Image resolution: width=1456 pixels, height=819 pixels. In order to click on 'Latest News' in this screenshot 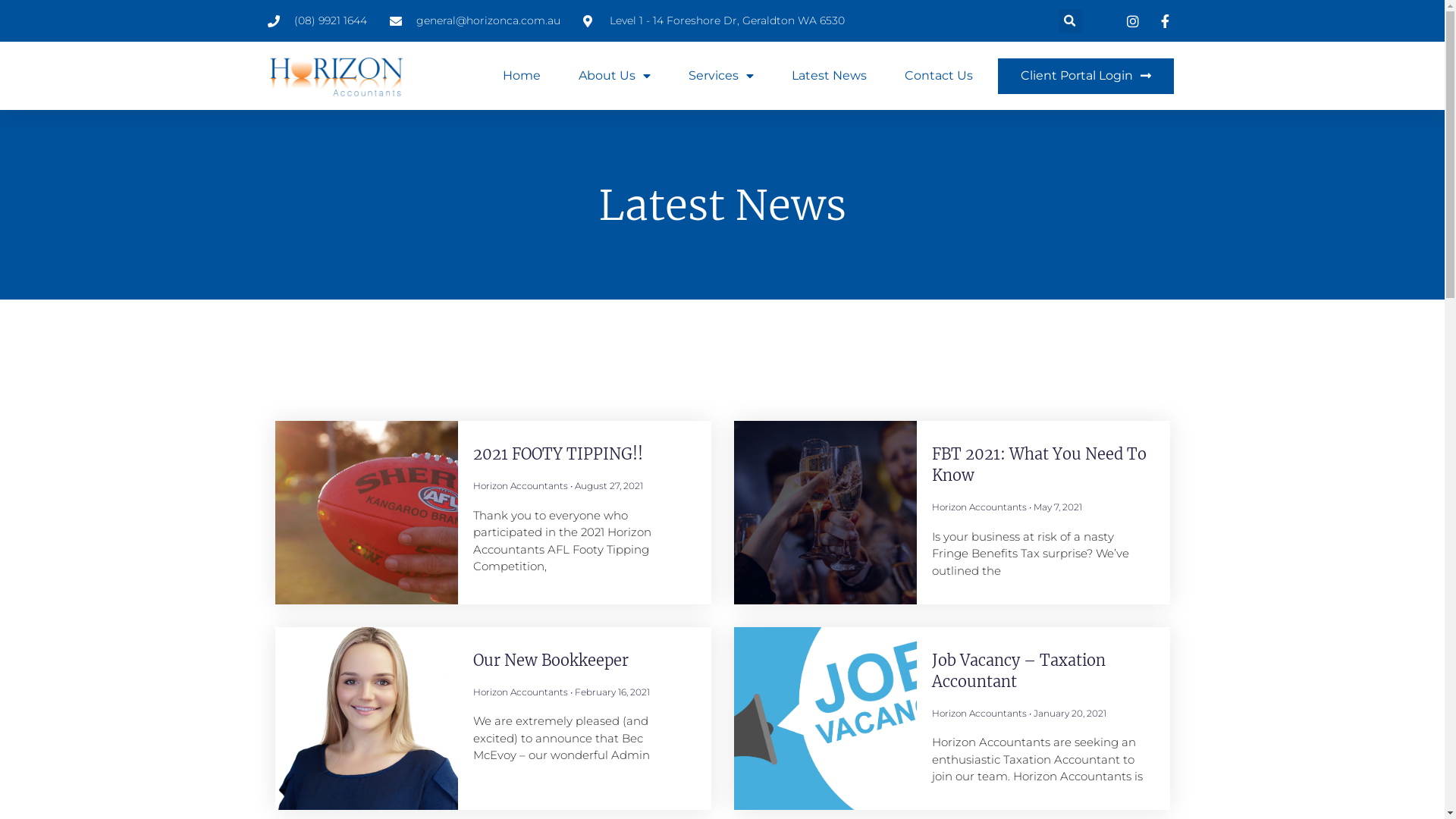, I will do `click(828, 76)`.